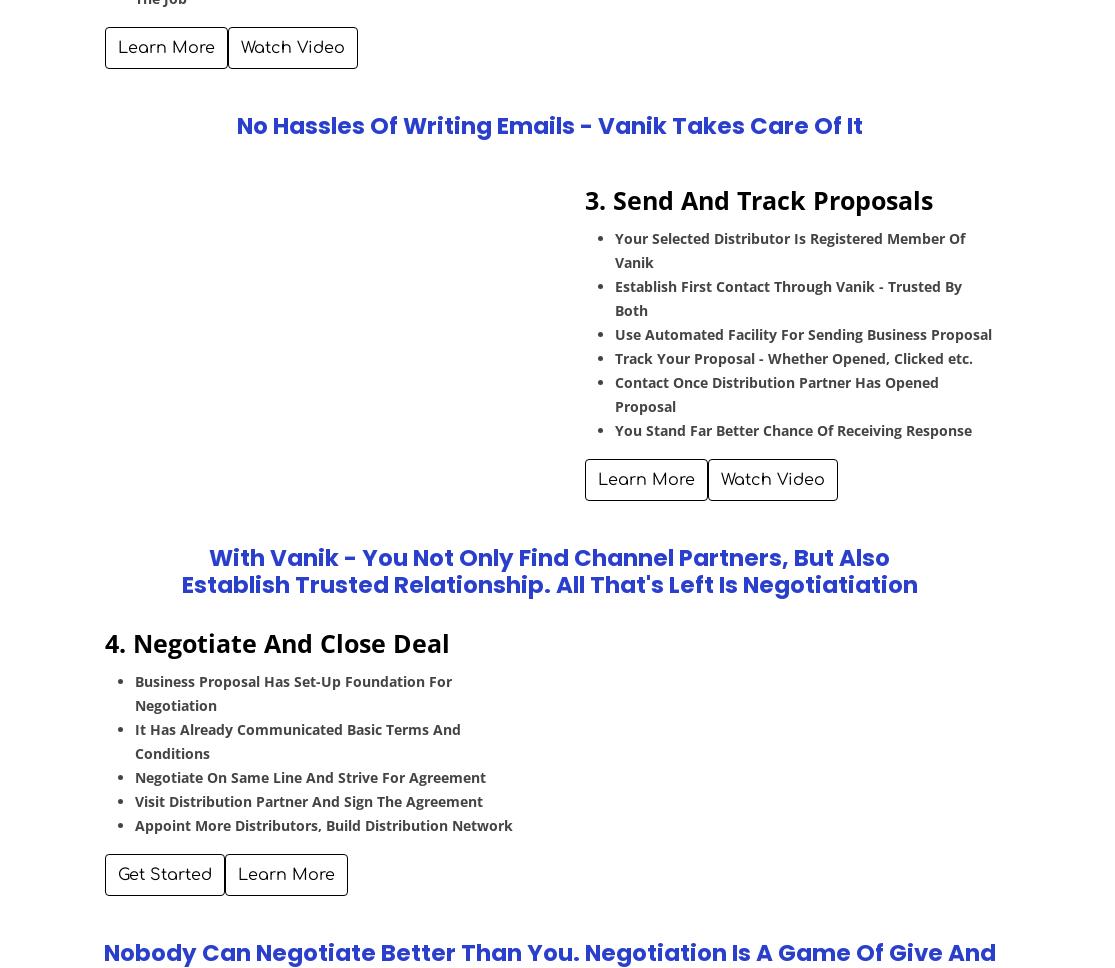 The width and height of the screenshot is (1115, 968). What do you see at coordinates (787, 296) in the screenshot?
I see `'Establish First Contact Through Vanik - Trusted By Both'` at bounding box center [787, 296].